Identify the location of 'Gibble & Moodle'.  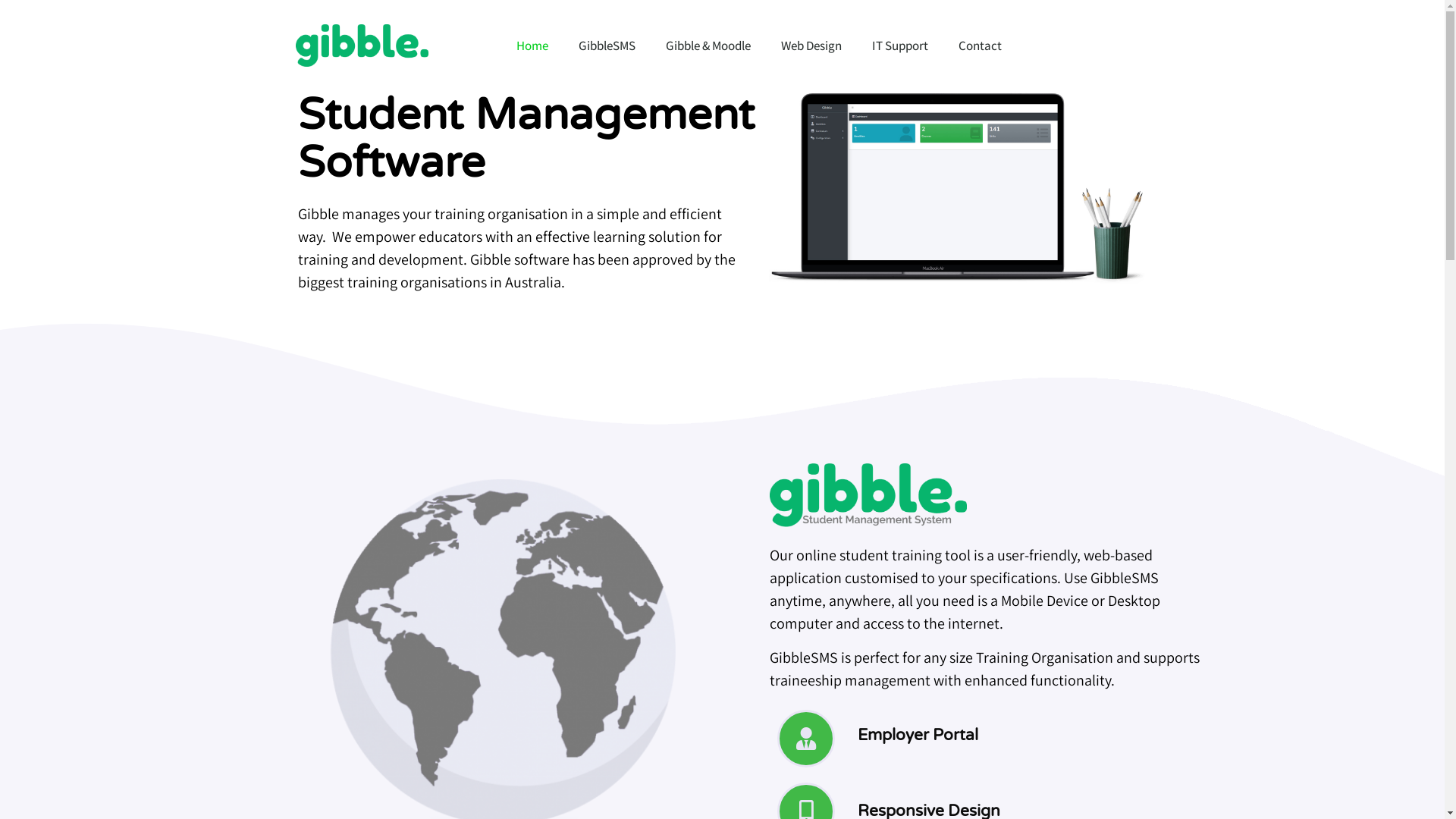
(708, 45).